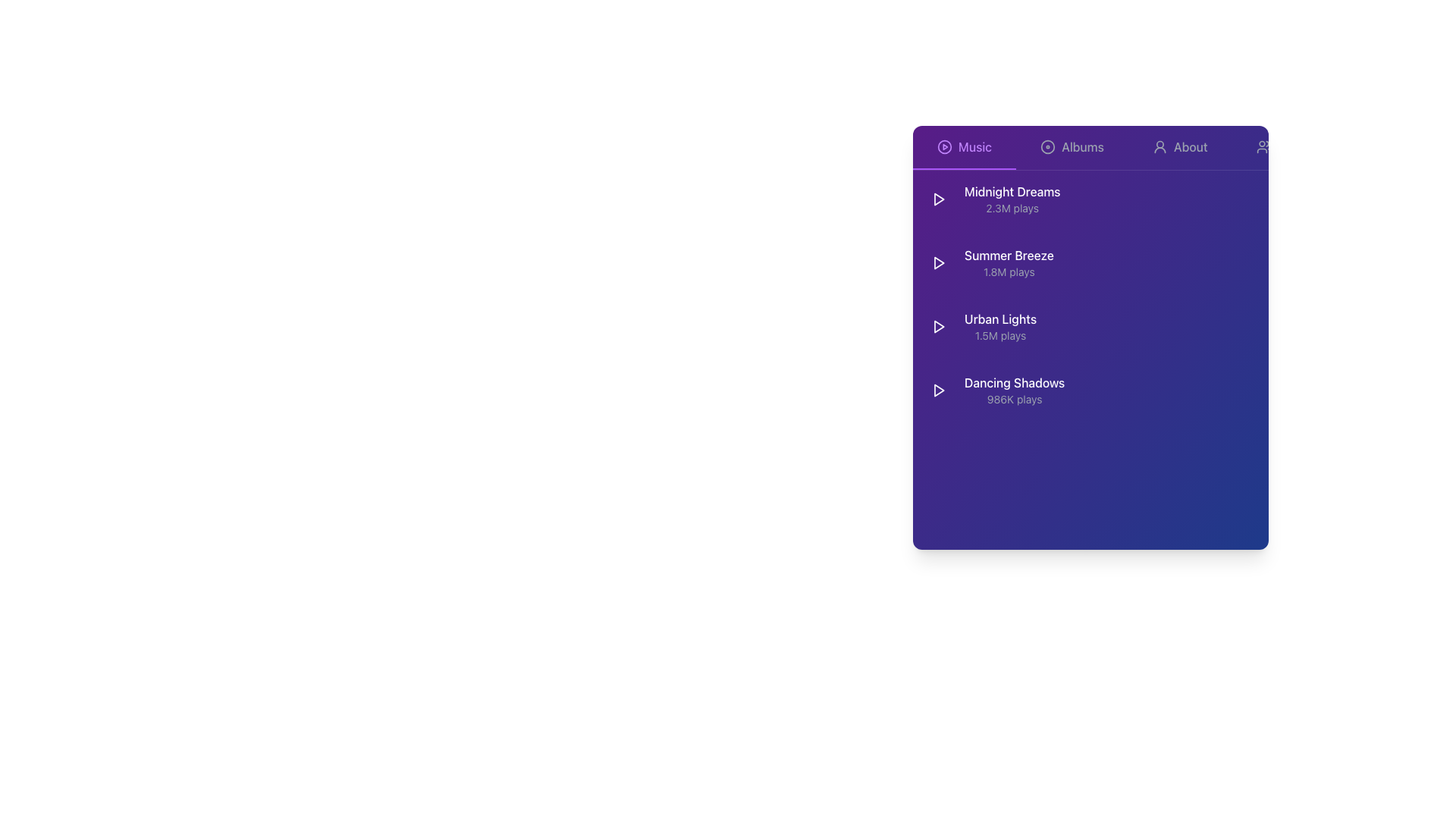 The width and height of the screenshot is (1456, 819). Describe the element at coordinates (1082, 146) in the screenshot. I see `the 'Albums' label in the navigation header` at that location.